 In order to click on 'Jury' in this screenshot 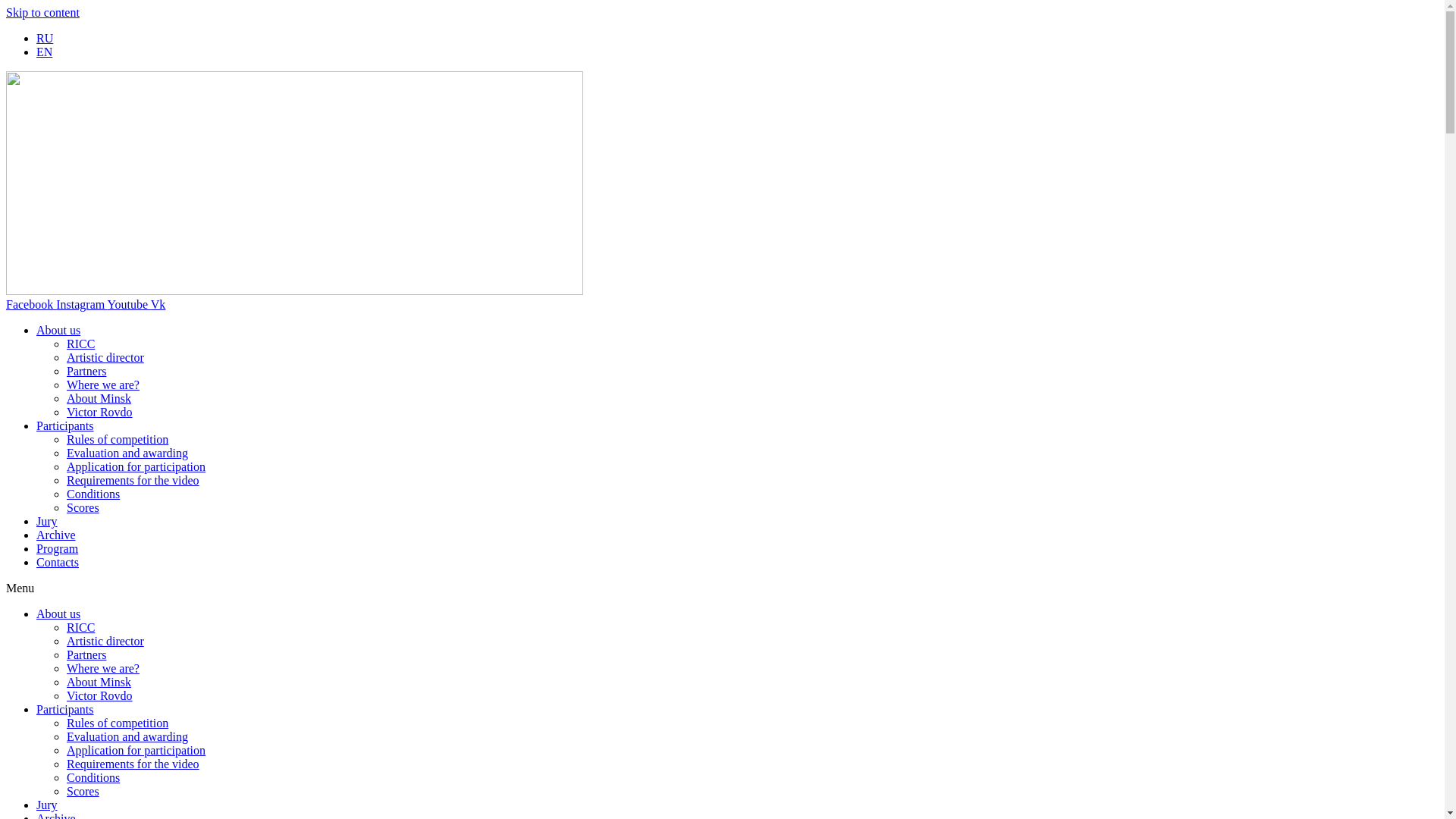, I will do `click(47, 520)`.